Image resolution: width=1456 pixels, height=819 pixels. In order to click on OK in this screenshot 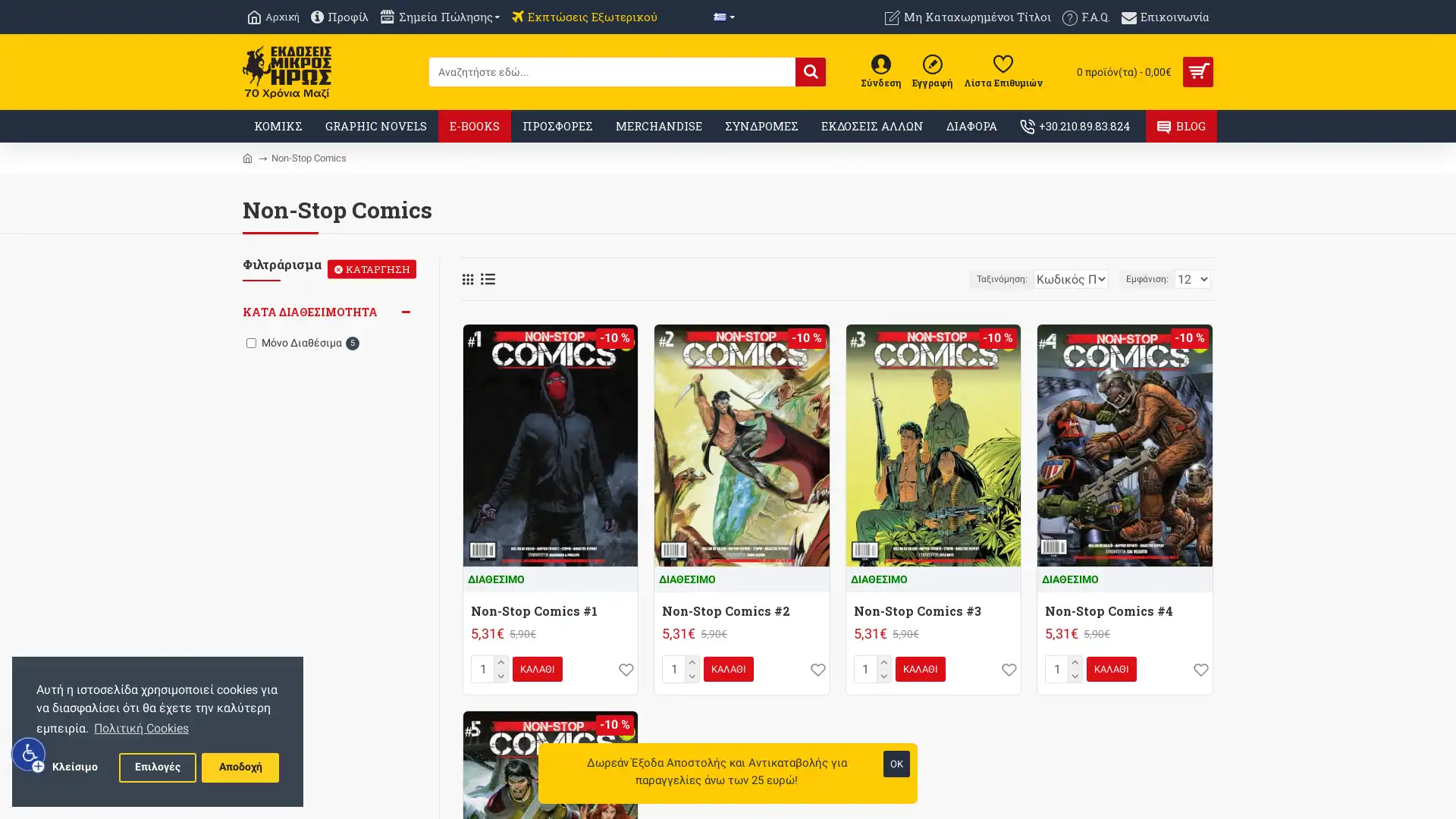, I will do `click(896, 764)`.